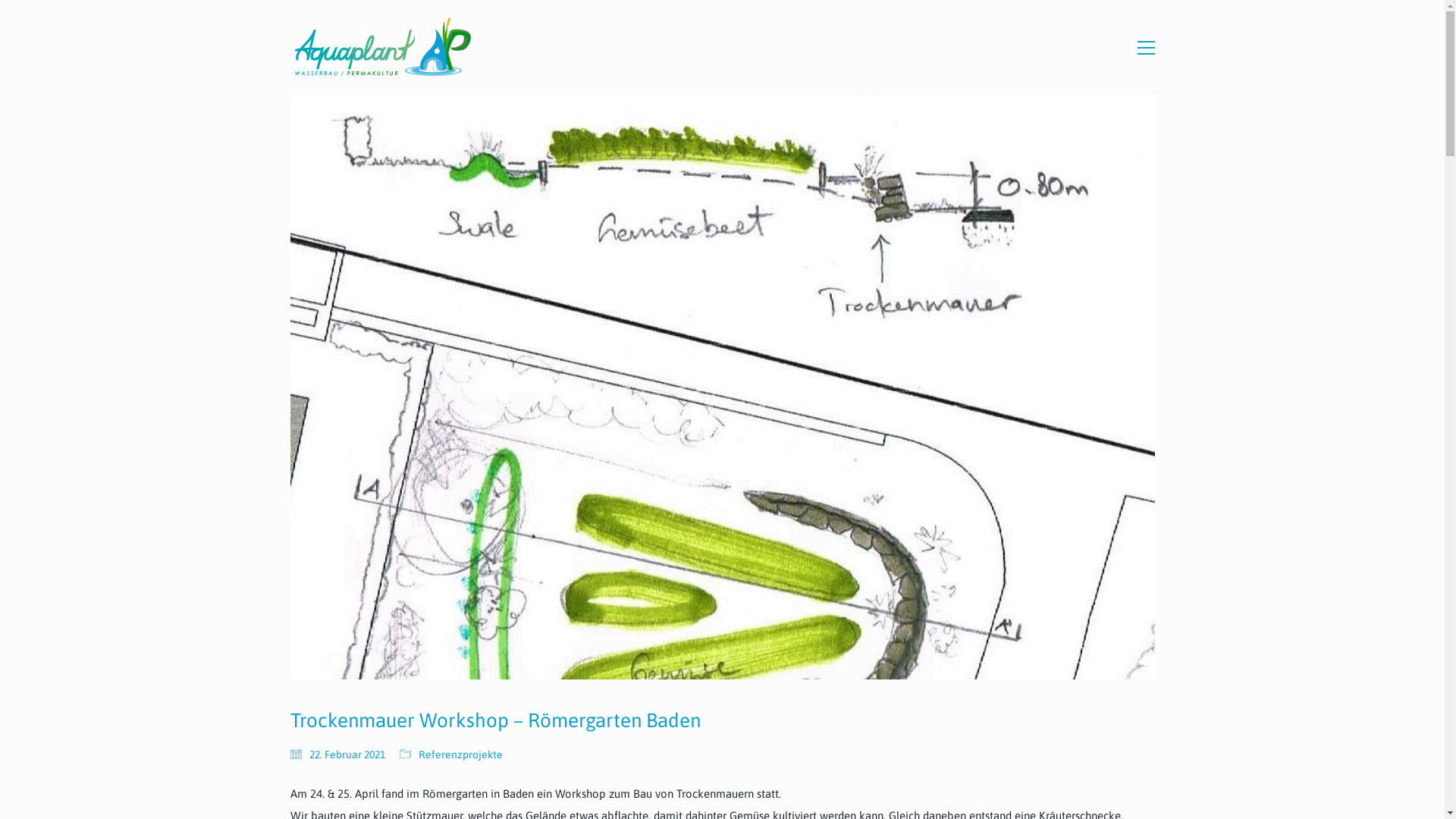  Describe the element at coordinates (460, 755) in the screenshot. I see `'Referenzprojekte'` at that location.